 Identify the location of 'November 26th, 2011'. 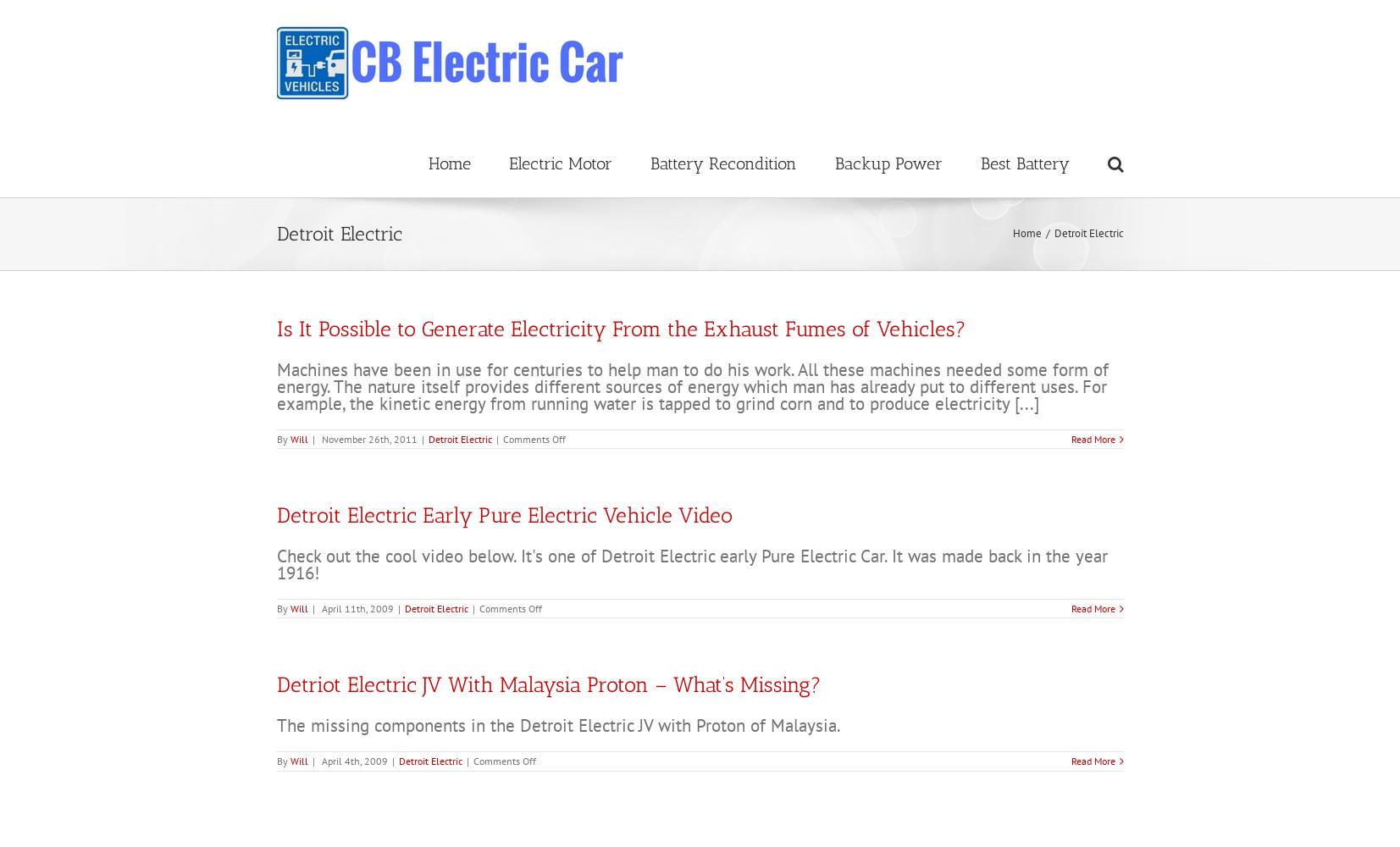
(368, 438).